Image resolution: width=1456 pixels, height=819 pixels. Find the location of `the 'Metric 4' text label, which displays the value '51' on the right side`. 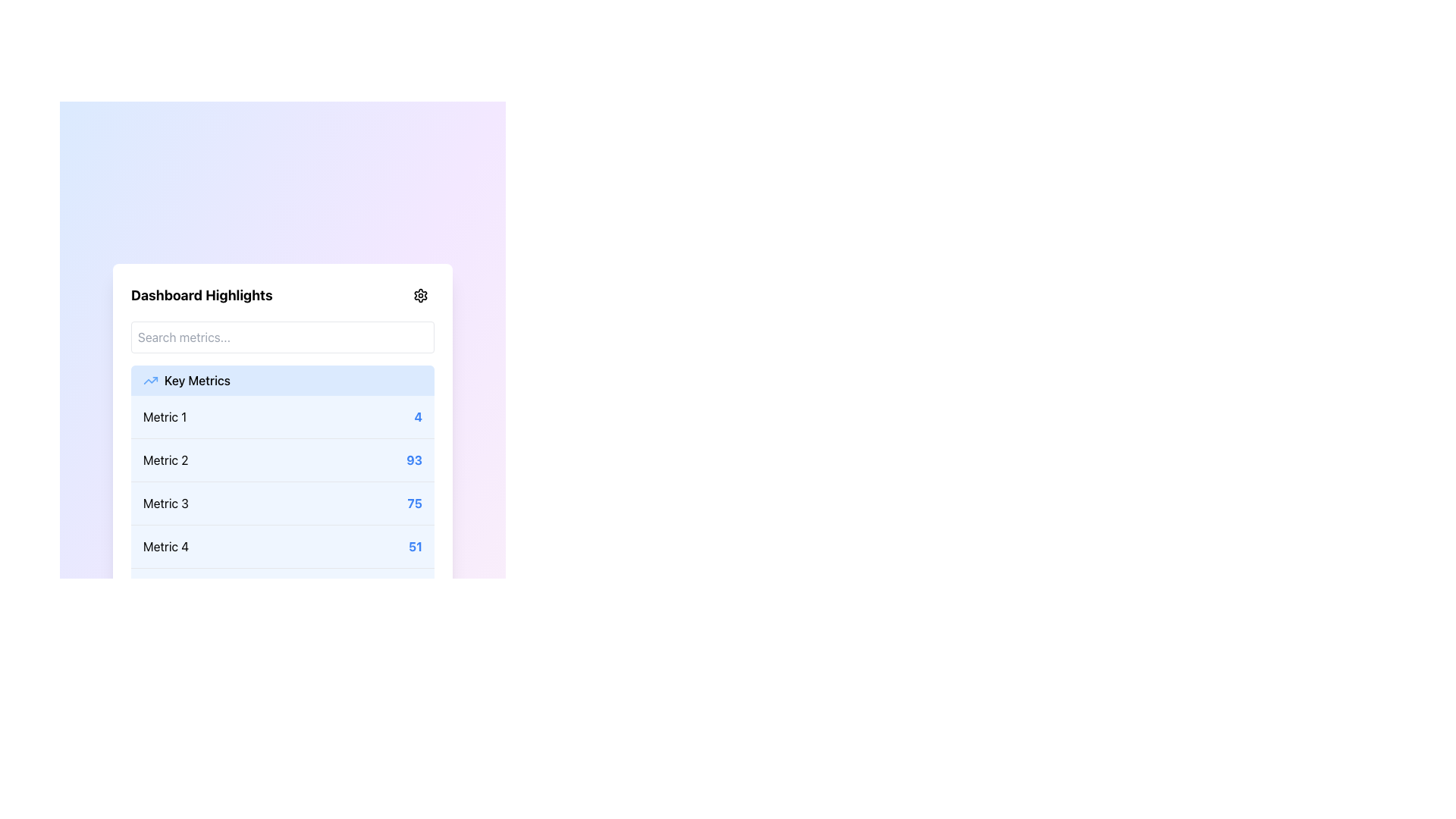

the 'Metric 4' text label, which displays the value '51' on the right side is located at coordinates (166, 547).